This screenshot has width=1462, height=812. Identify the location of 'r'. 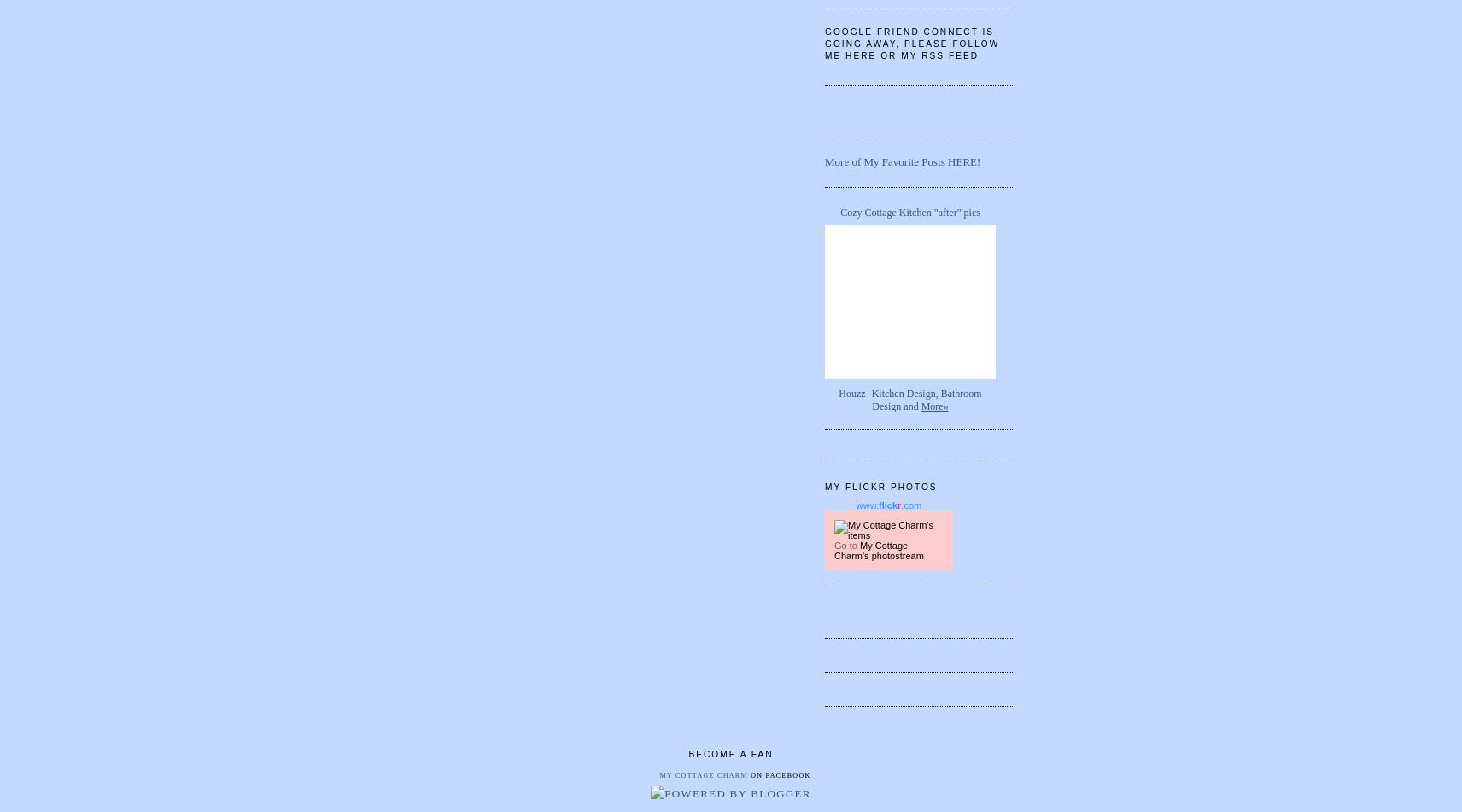
(898, 504).